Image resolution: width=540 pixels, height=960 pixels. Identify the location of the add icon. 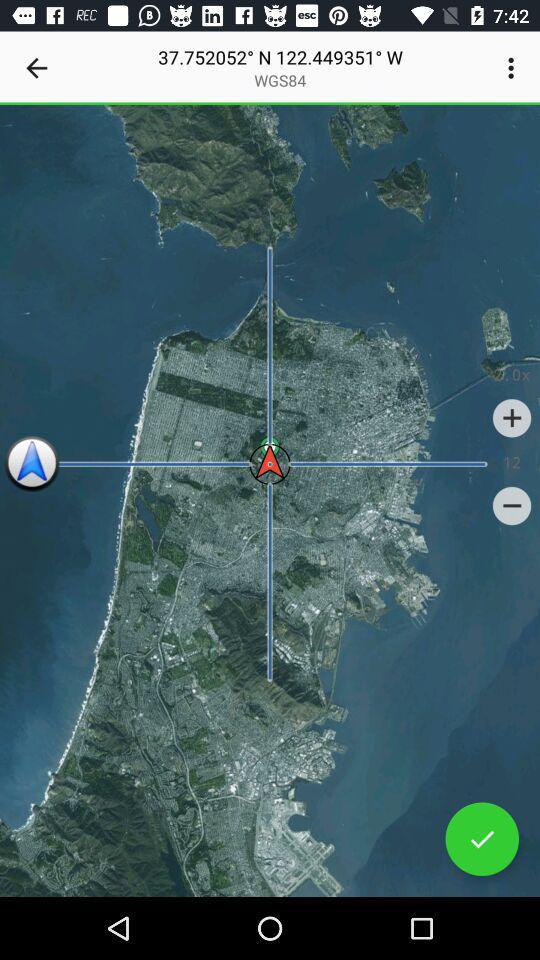
(512, 417).